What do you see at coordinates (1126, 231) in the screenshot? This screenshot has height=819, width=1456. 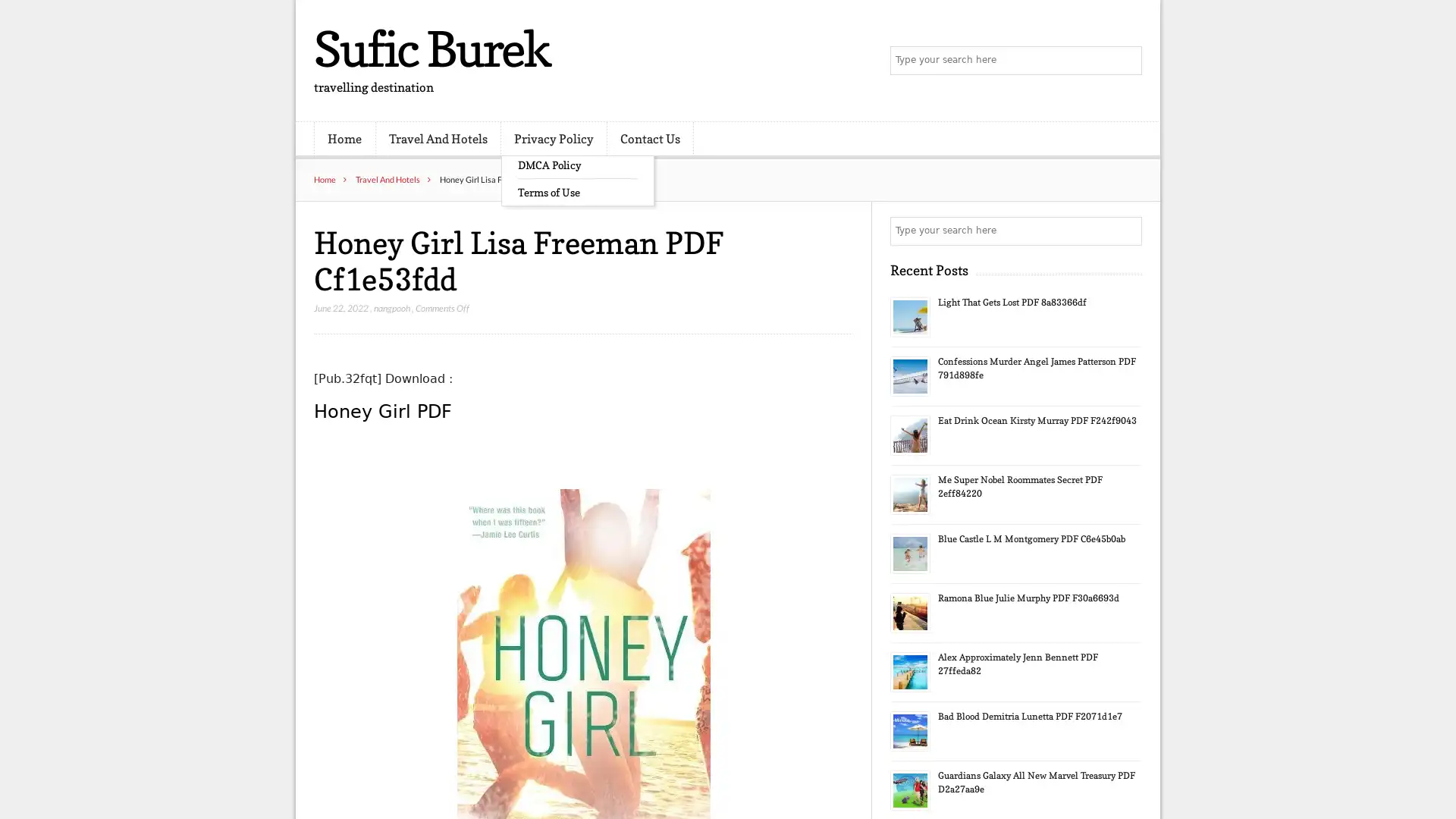 I see `Search` at bounding box center [1126, 231].